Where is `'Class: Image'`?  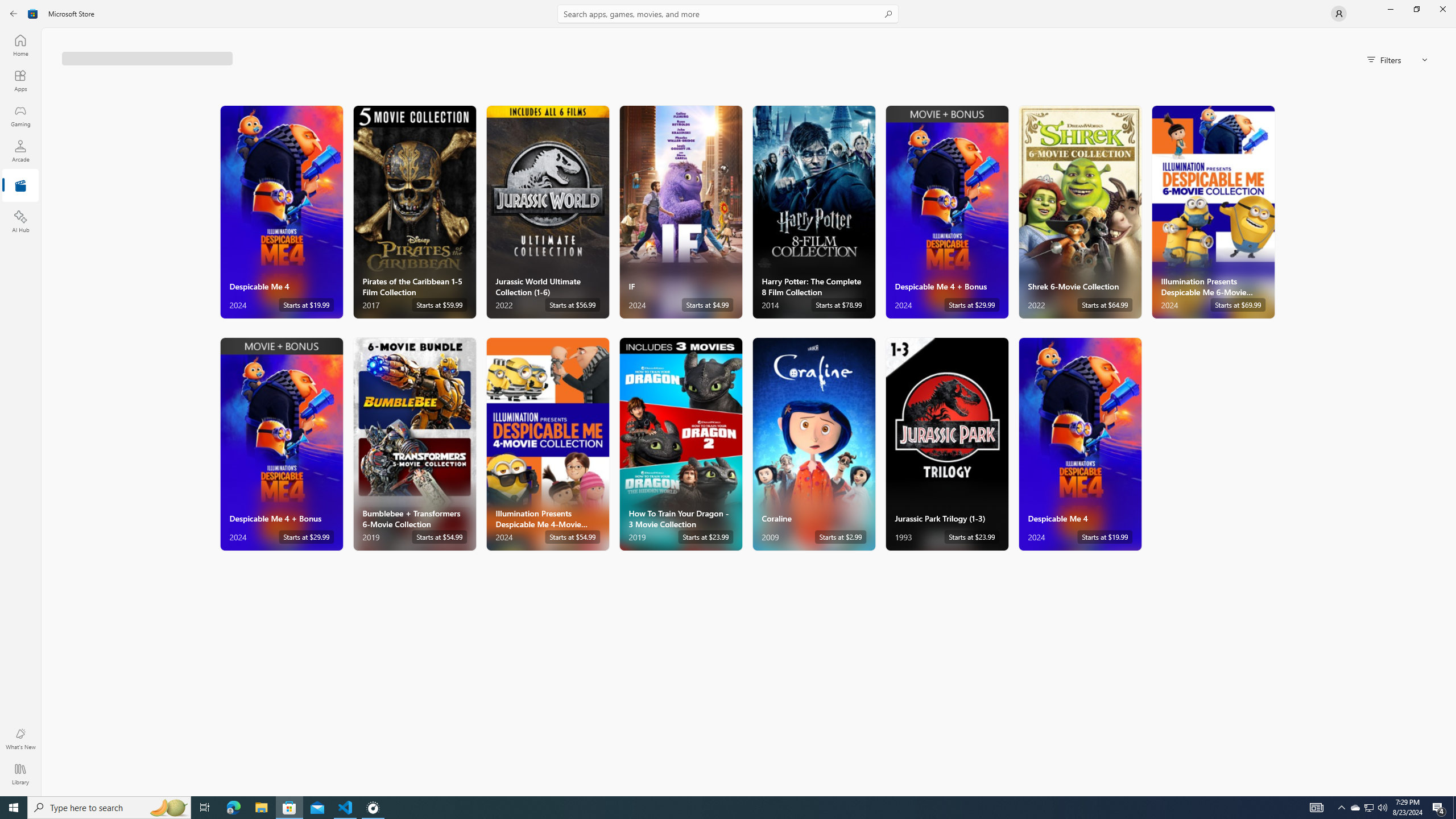
'Class: Image' is located at coordinates (32, 13).